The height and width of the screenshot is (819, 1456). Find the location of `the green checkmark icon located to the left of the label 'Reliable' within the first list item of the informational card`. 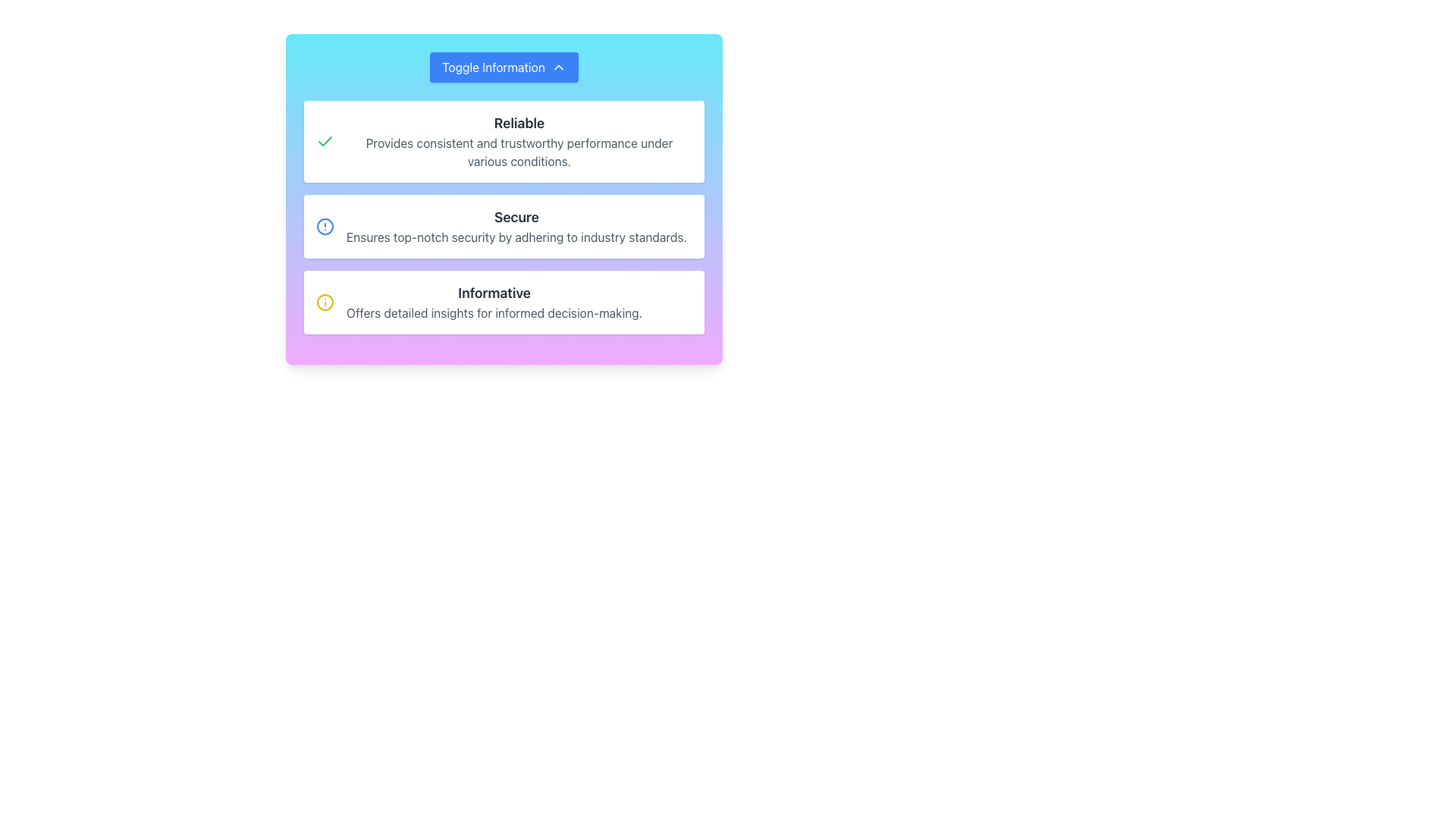

the green checkmark icon located to the left of the label 'Reliable' within the first list item of the informational card is located at coordinates (324, 141).